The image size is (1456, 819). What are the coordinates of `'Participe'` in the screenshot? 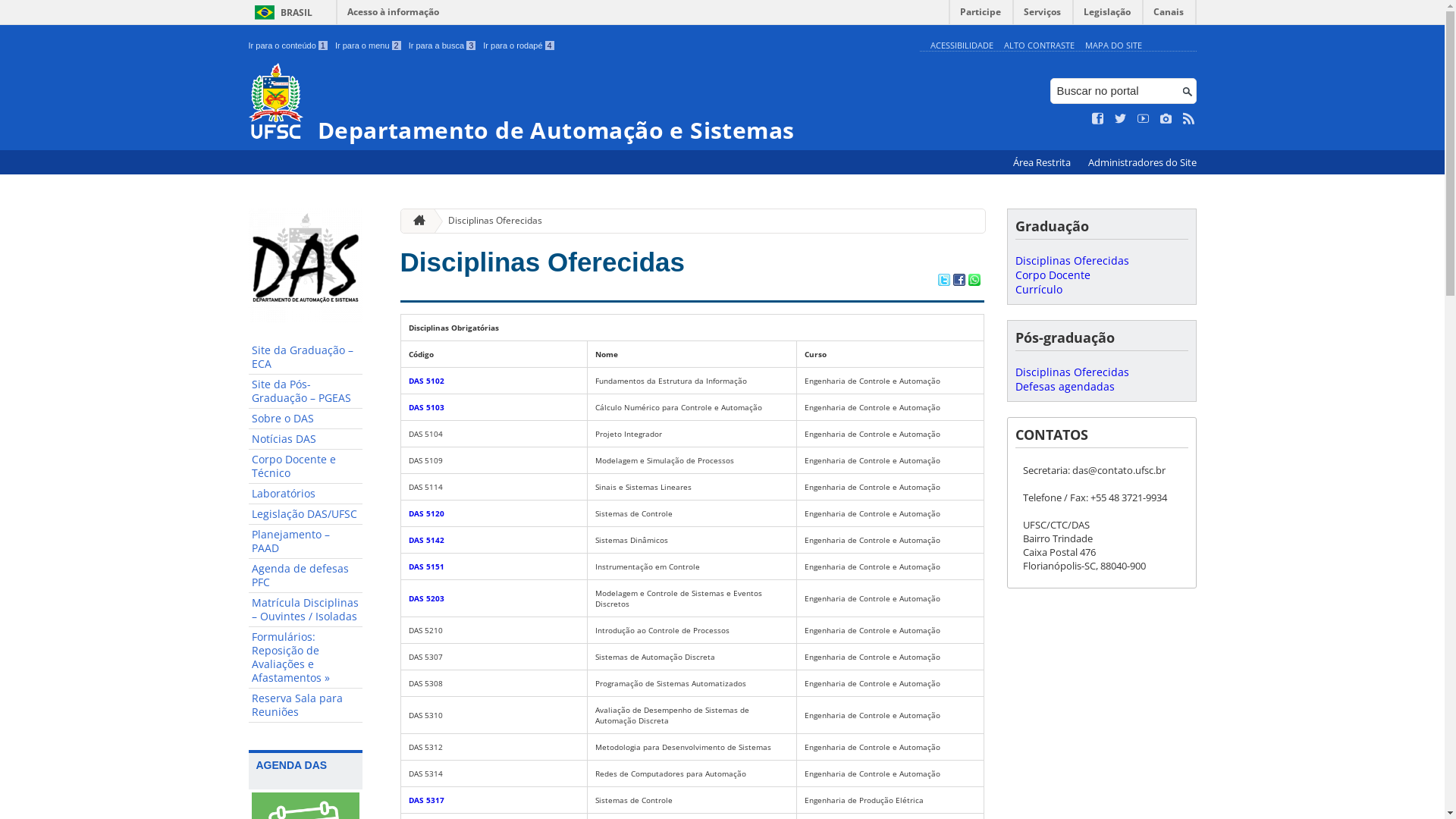 It's located at (980, 15).